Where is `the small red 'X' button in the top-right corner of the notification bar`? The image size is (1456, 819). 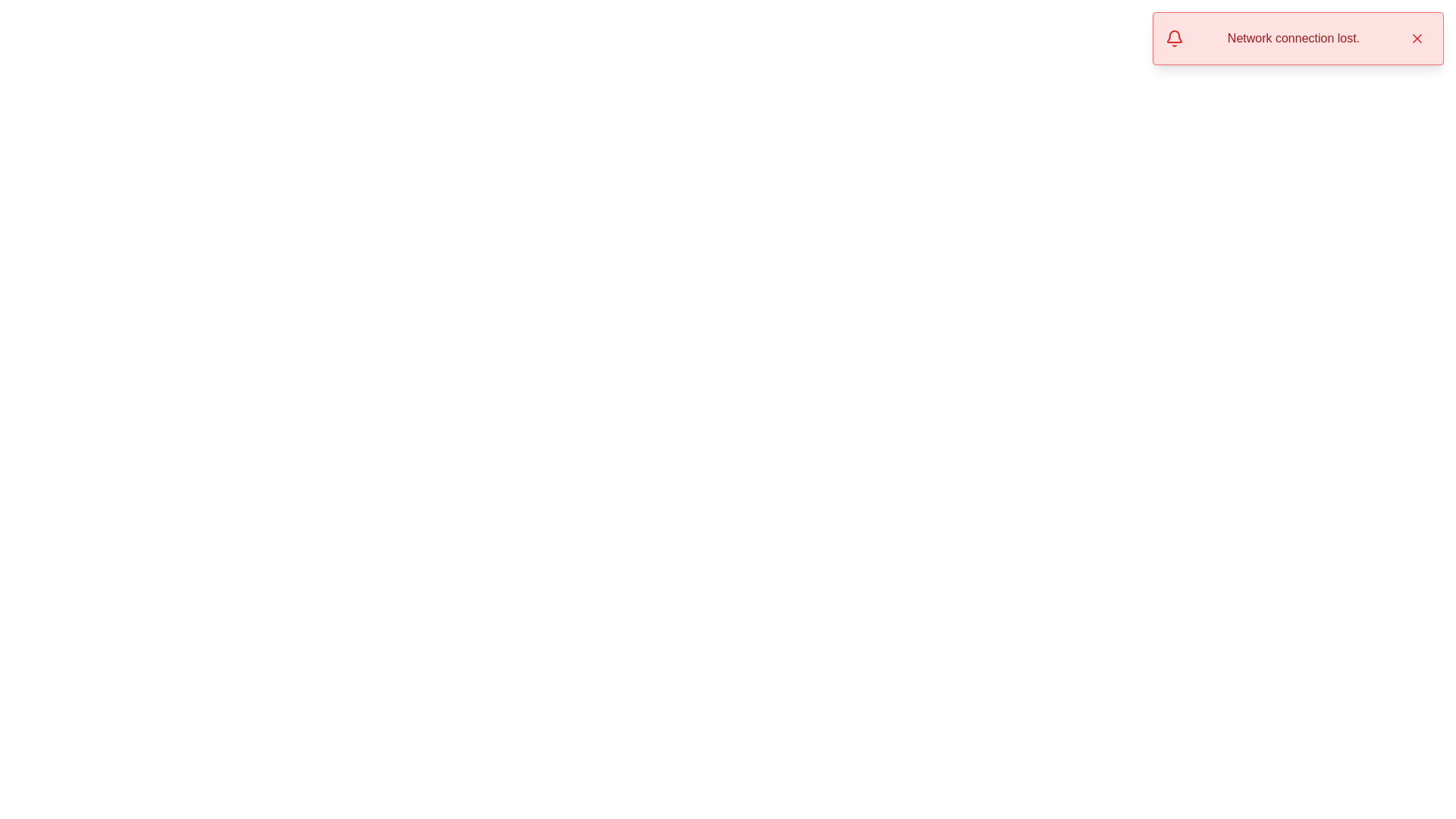
the small red 'X' button in the top-right corner of the notification bar is located at coordinates (1416, 37).